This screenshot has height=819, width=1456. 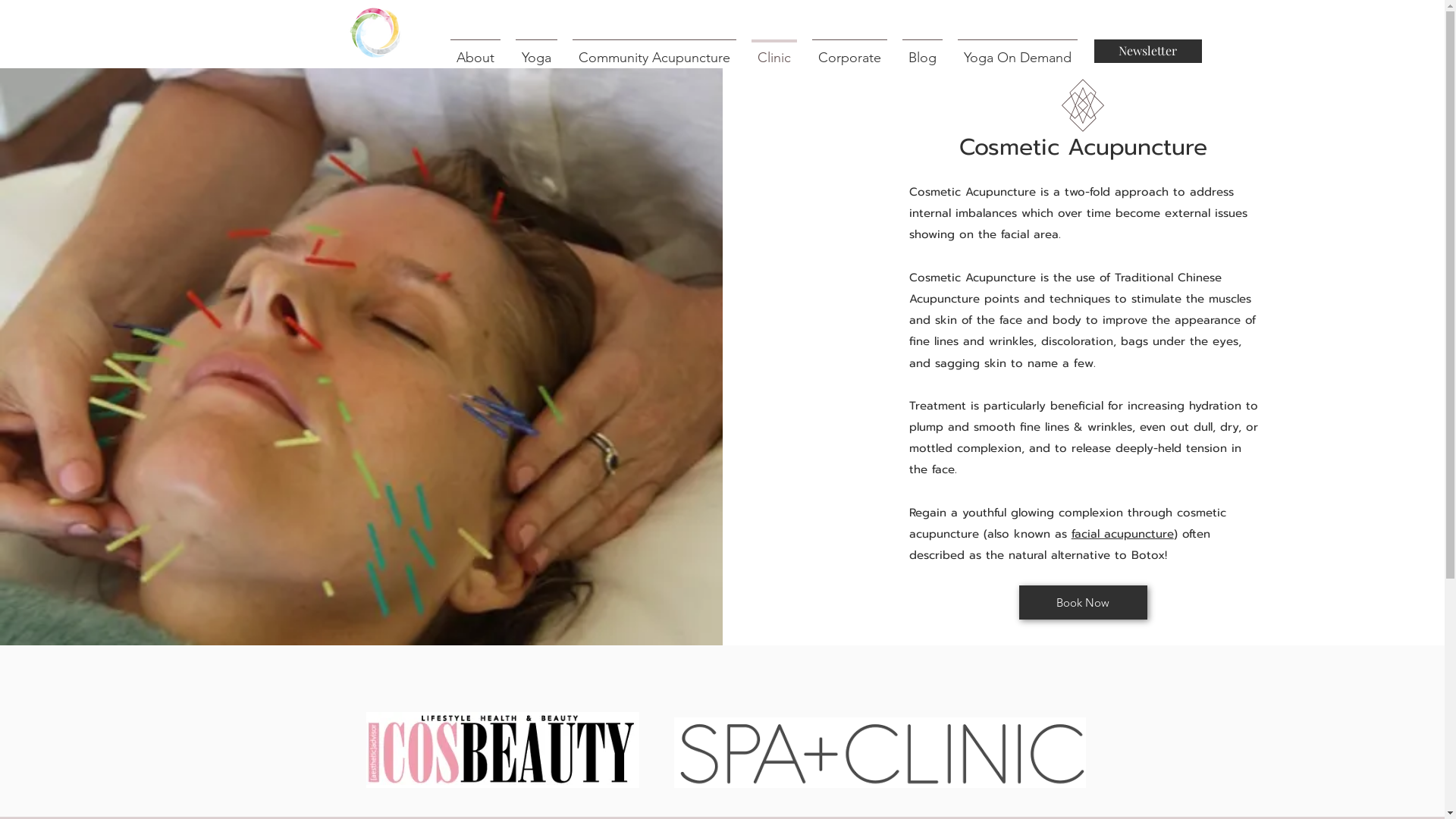 I want to click on 'facial acupuncture', so click(x=1122, y=533).